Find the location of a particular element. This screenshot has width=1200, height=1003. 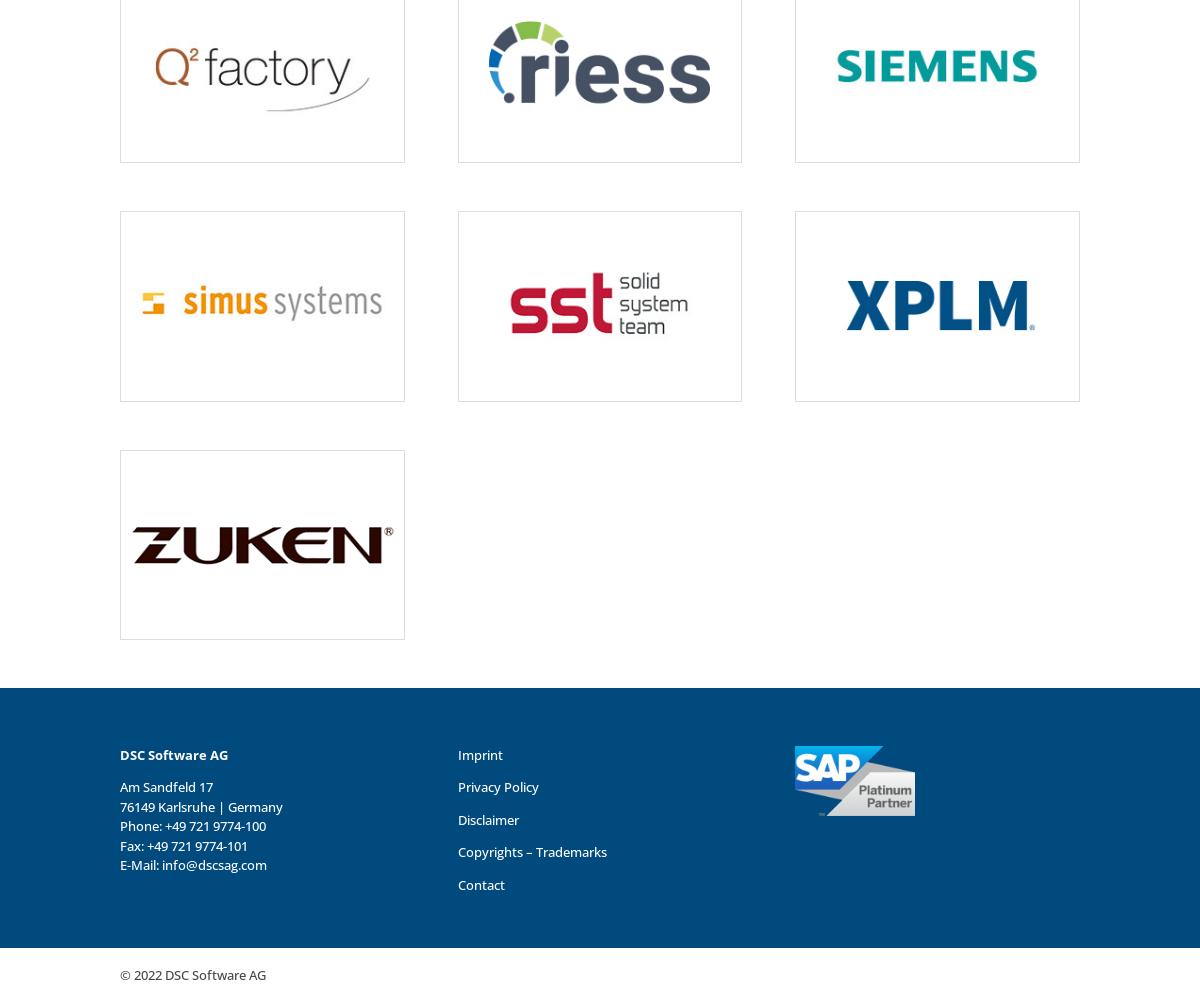

'76149 Karlsruhe | Germany' is located at coordinates (120, 806).